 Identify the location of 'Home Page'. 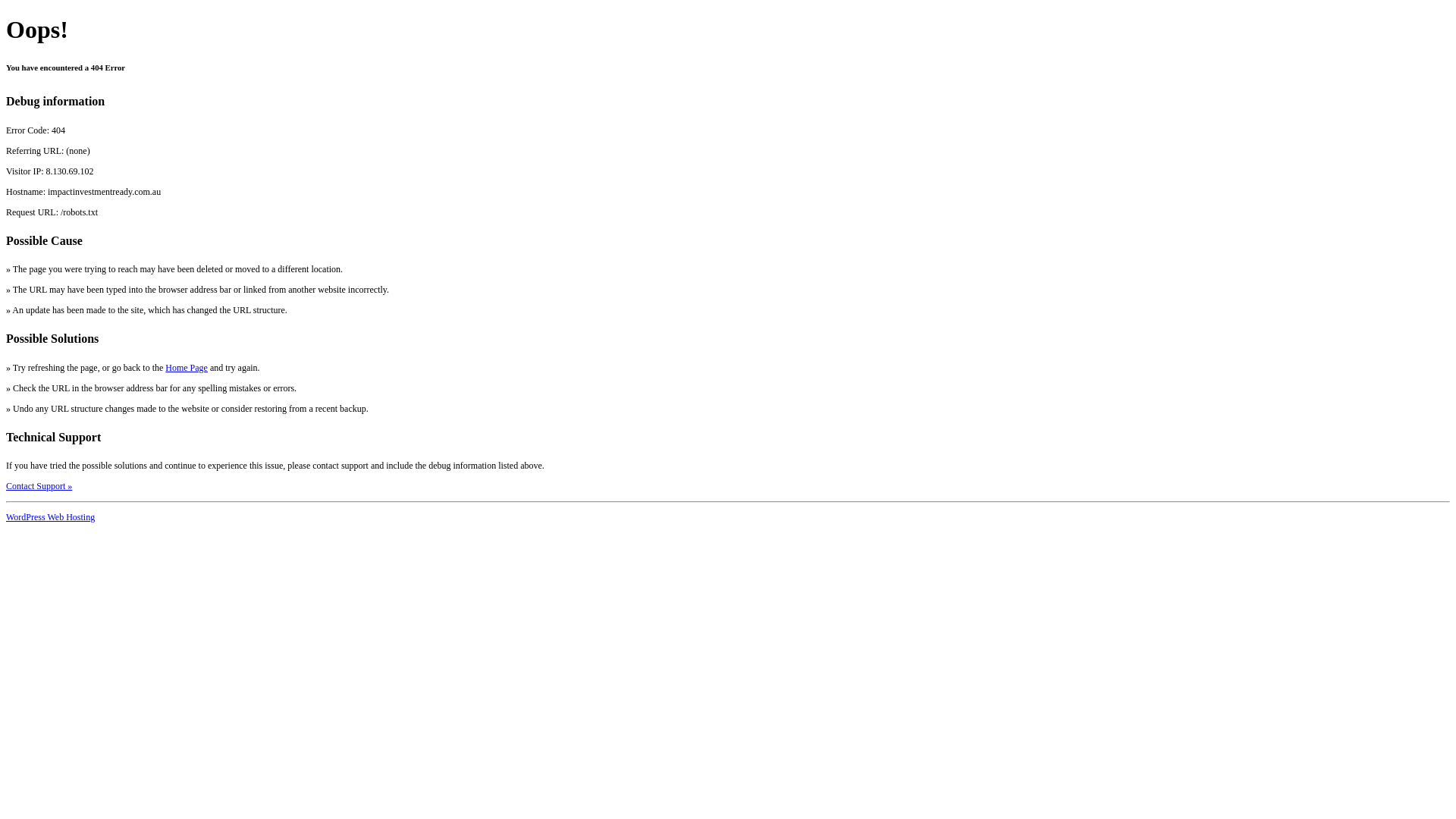
(165, 368).